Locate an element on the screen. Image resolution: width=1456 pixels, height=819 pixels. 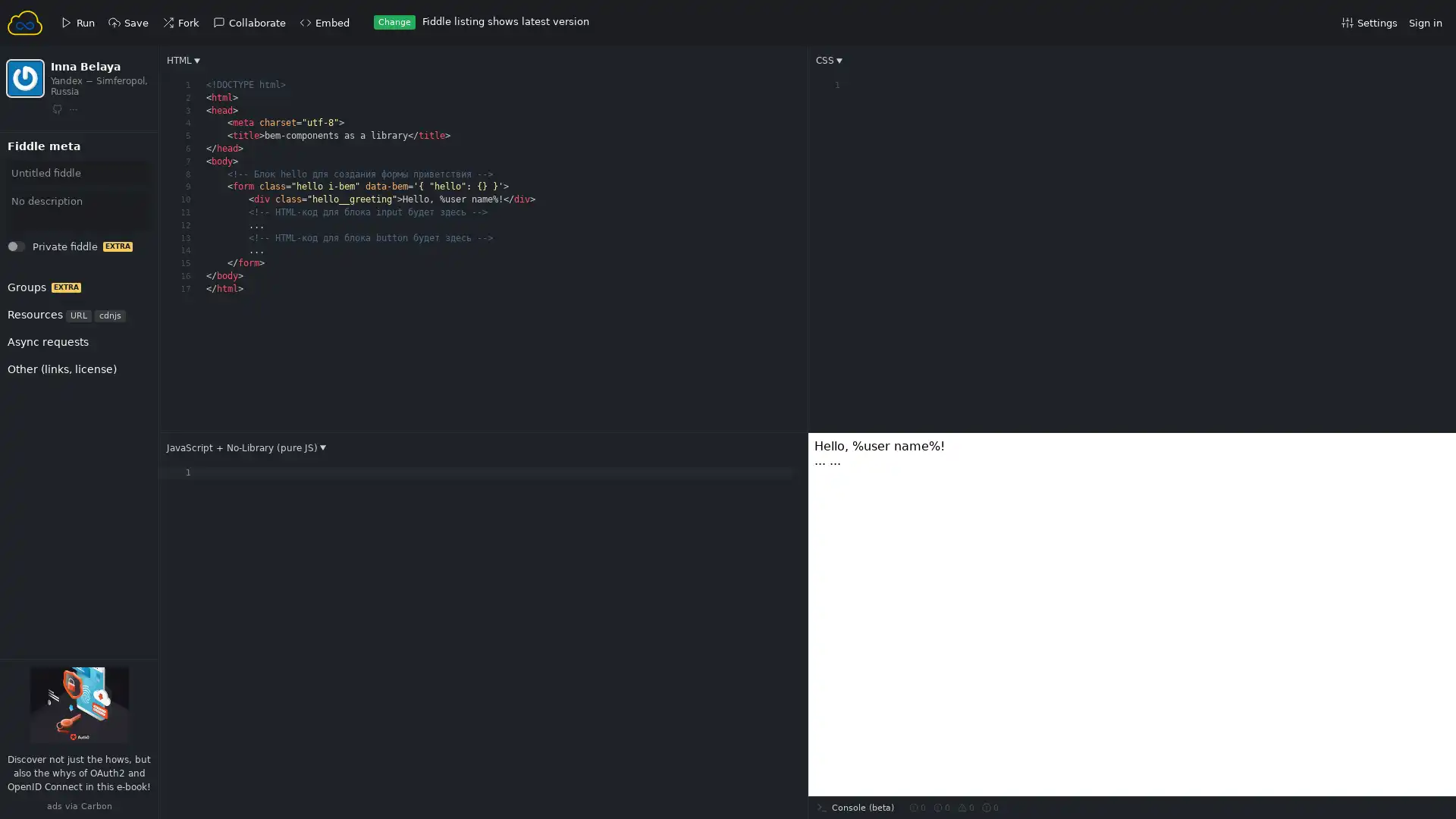
Fork is located at coordinates (31, 163).